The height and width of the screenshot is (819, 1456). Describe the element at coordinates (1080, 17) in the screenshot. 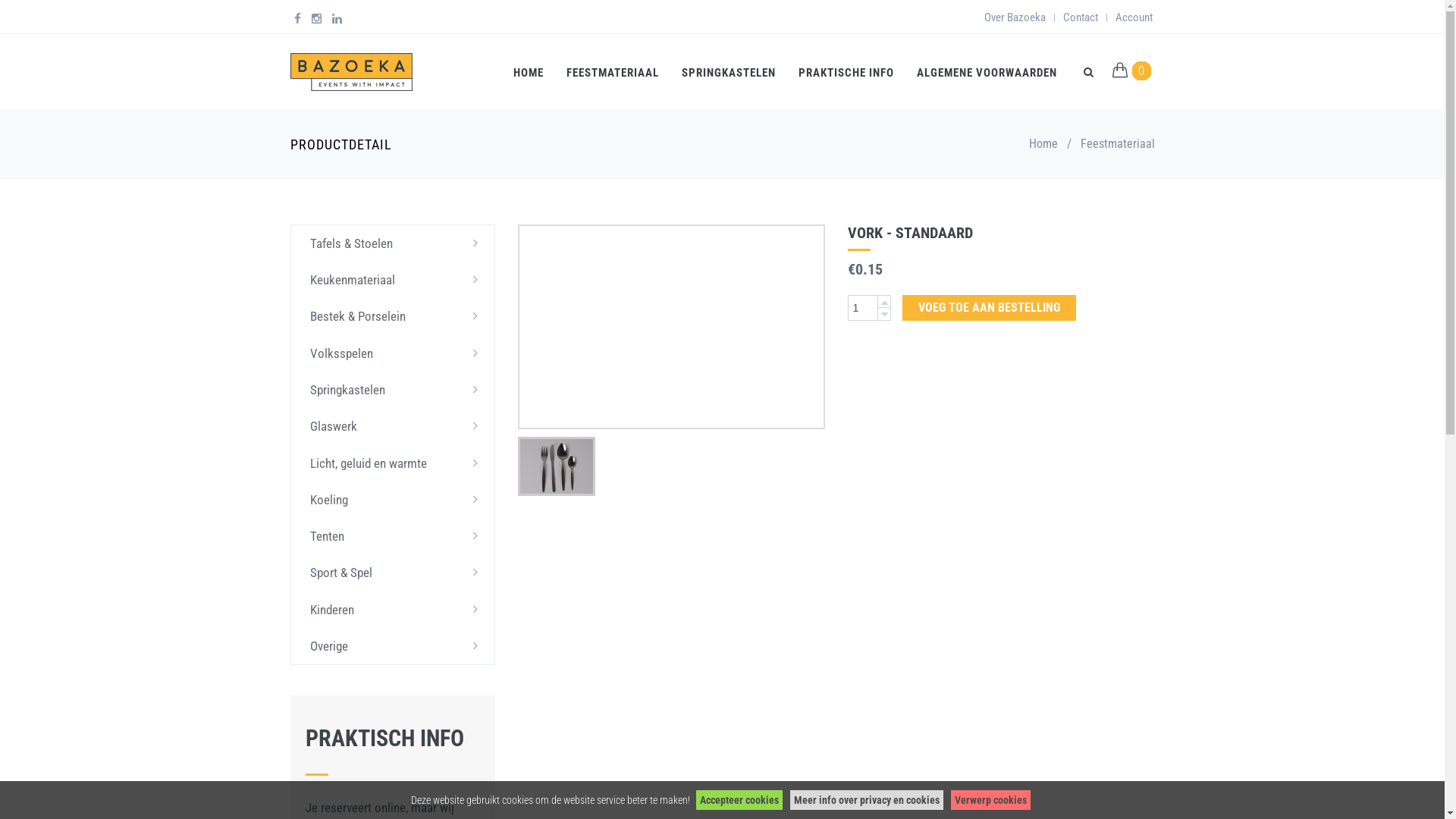

I see `'Contact'` at that location.